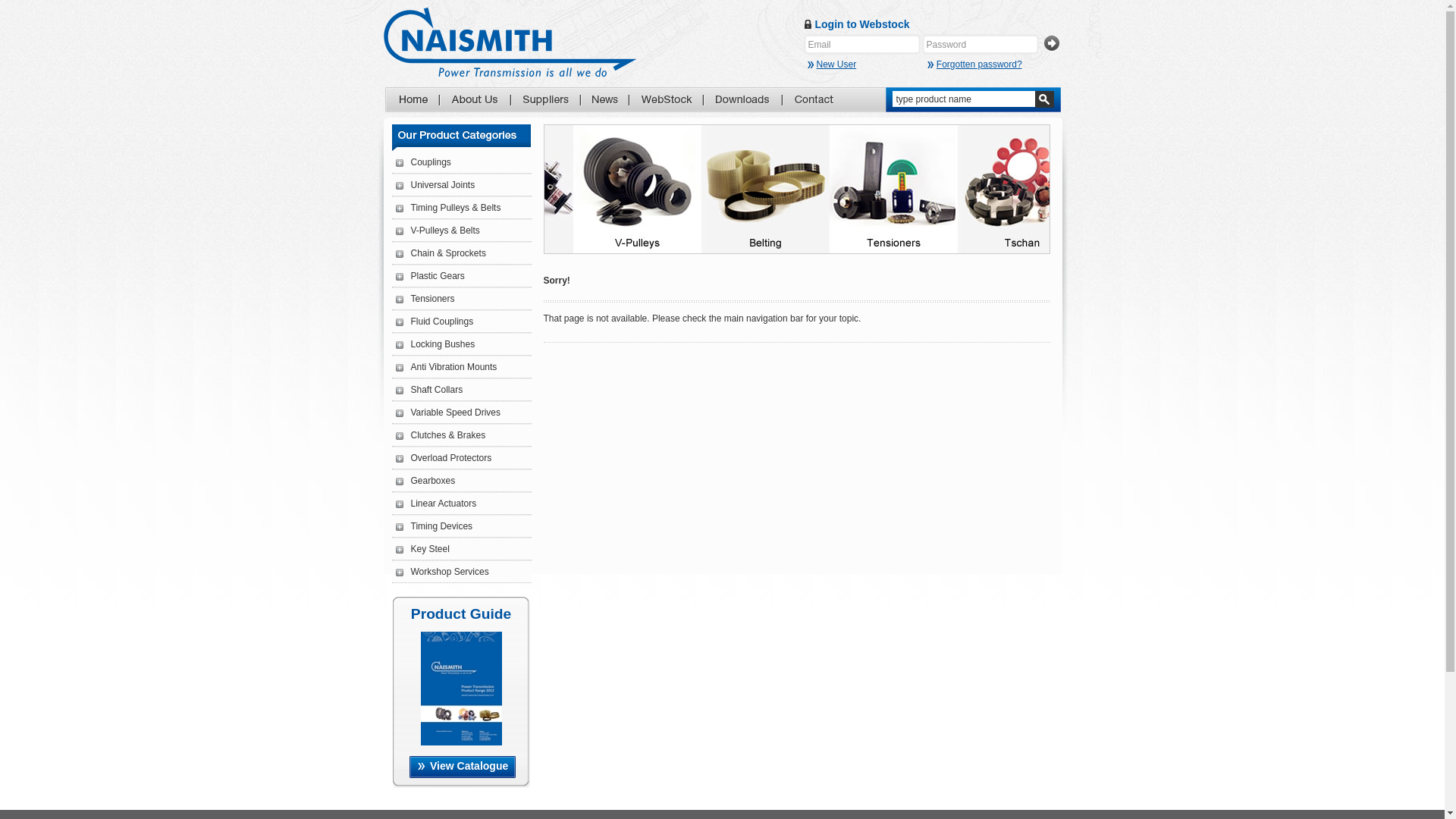  Describe the element at coordinates (441, 571) in the screenshot. I see `'Workshop Services'` at that location.